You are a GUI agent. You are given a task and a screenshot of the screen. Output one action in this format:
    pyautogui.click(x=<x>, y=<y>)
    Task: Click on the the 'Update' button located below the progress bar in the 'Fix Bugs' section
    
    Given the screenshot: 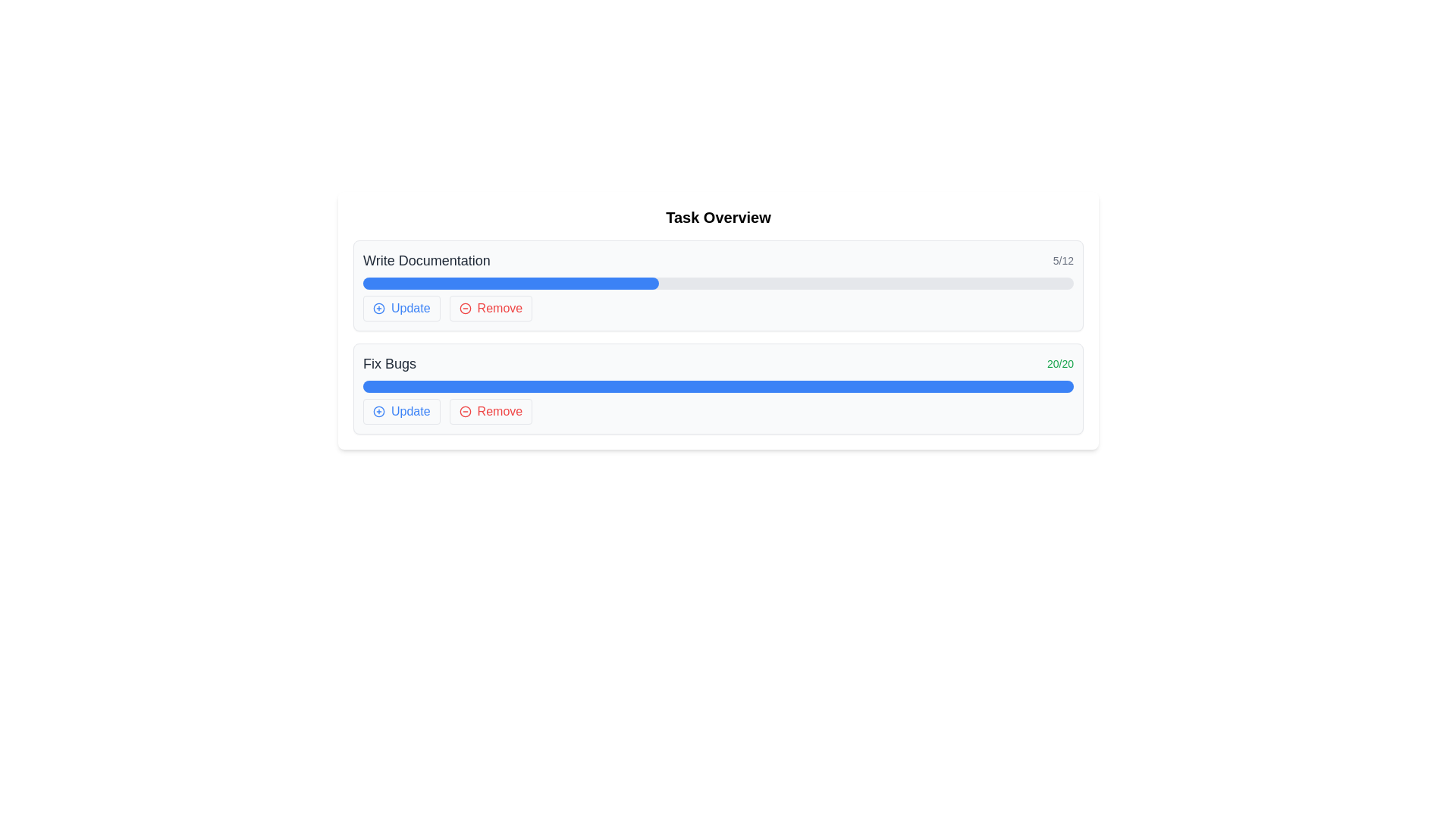 What is the action you would take?
    pyautogui.click(x=401, y=412)
    